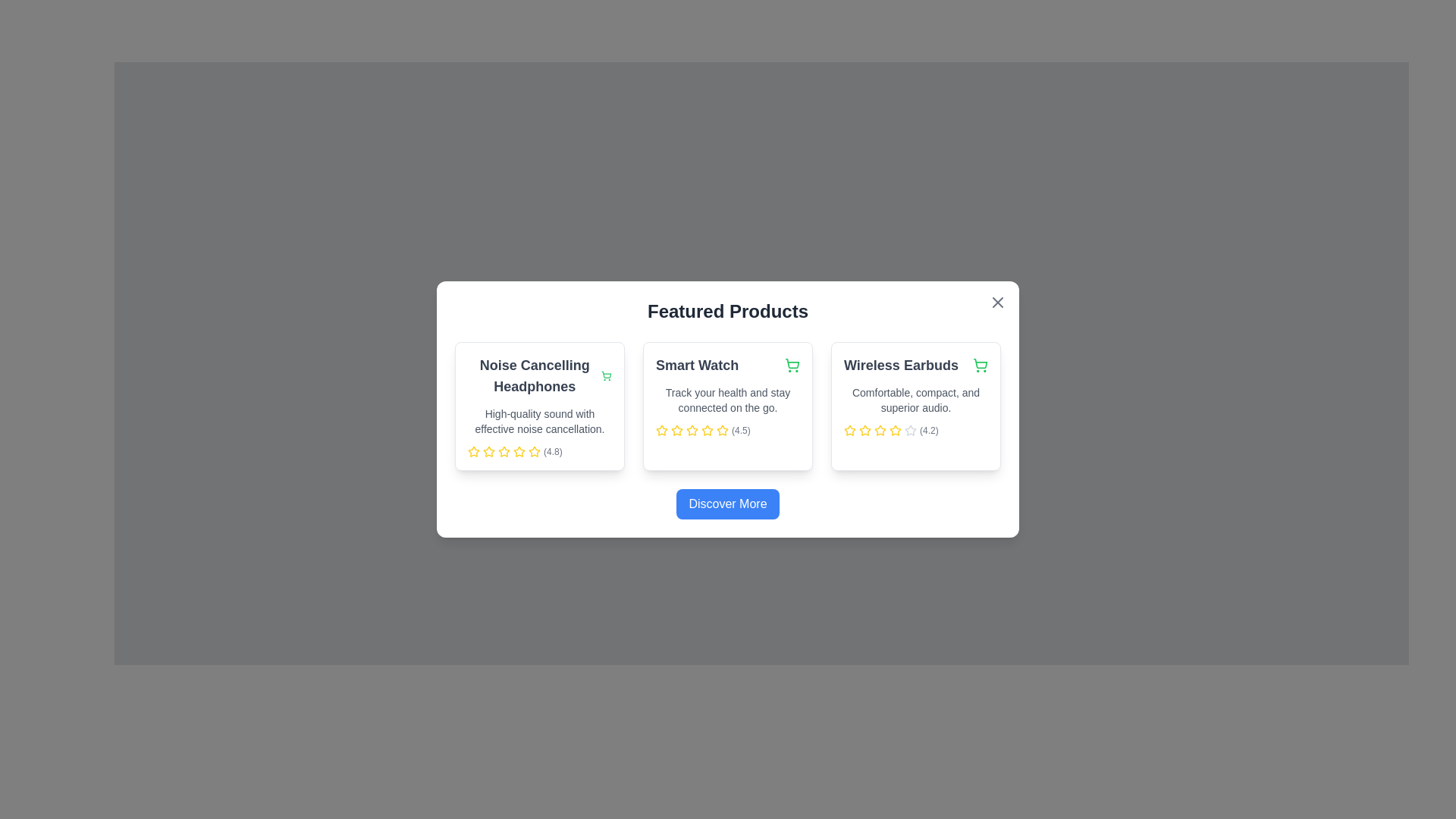 The image size is (1456, 819). What do you see at coordinates (792, 366) in the screenshot?
I see `the green shopping cart icon located at the top-right corner of the 'Smart Watch' product card` at bounding box center [792, 366].